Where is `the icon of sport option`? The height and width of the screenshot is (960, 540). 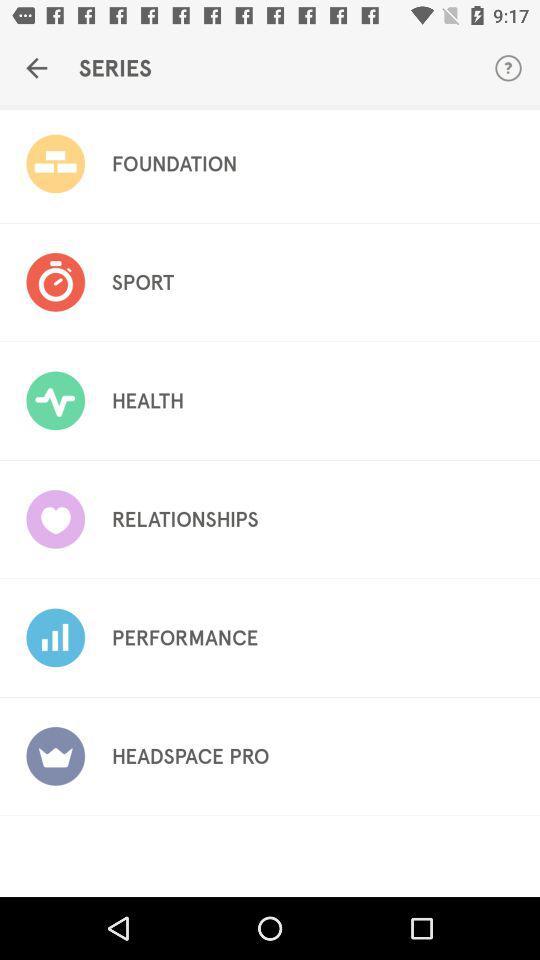
the icon of sport option is located at coordinates (55, 281).